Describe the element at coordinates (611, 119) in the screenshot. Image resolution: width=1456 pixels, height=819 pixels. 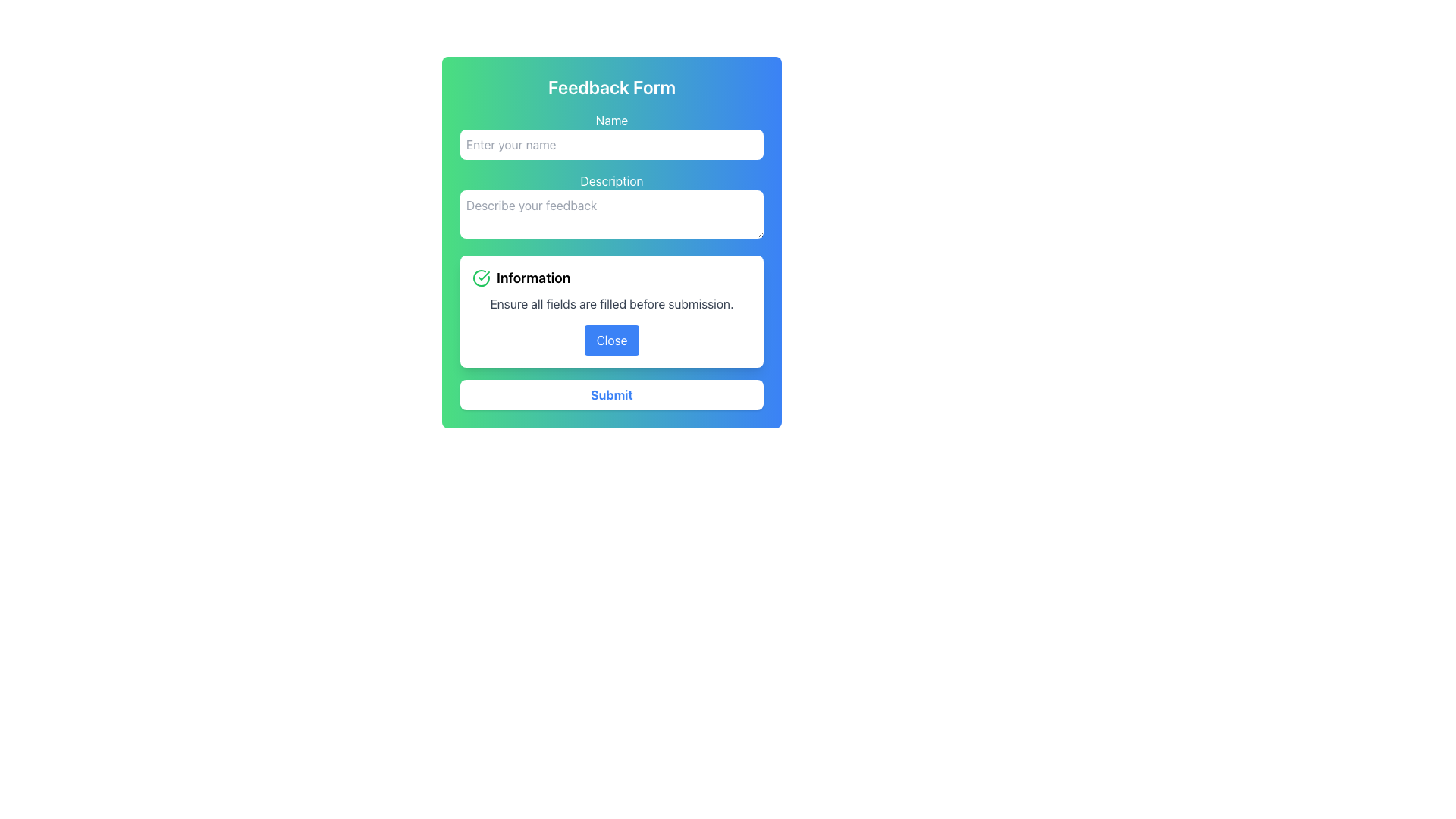
I see `the 'Name' label text which is centrally aligned above the input field labeled 'Enter your name'` at that location.